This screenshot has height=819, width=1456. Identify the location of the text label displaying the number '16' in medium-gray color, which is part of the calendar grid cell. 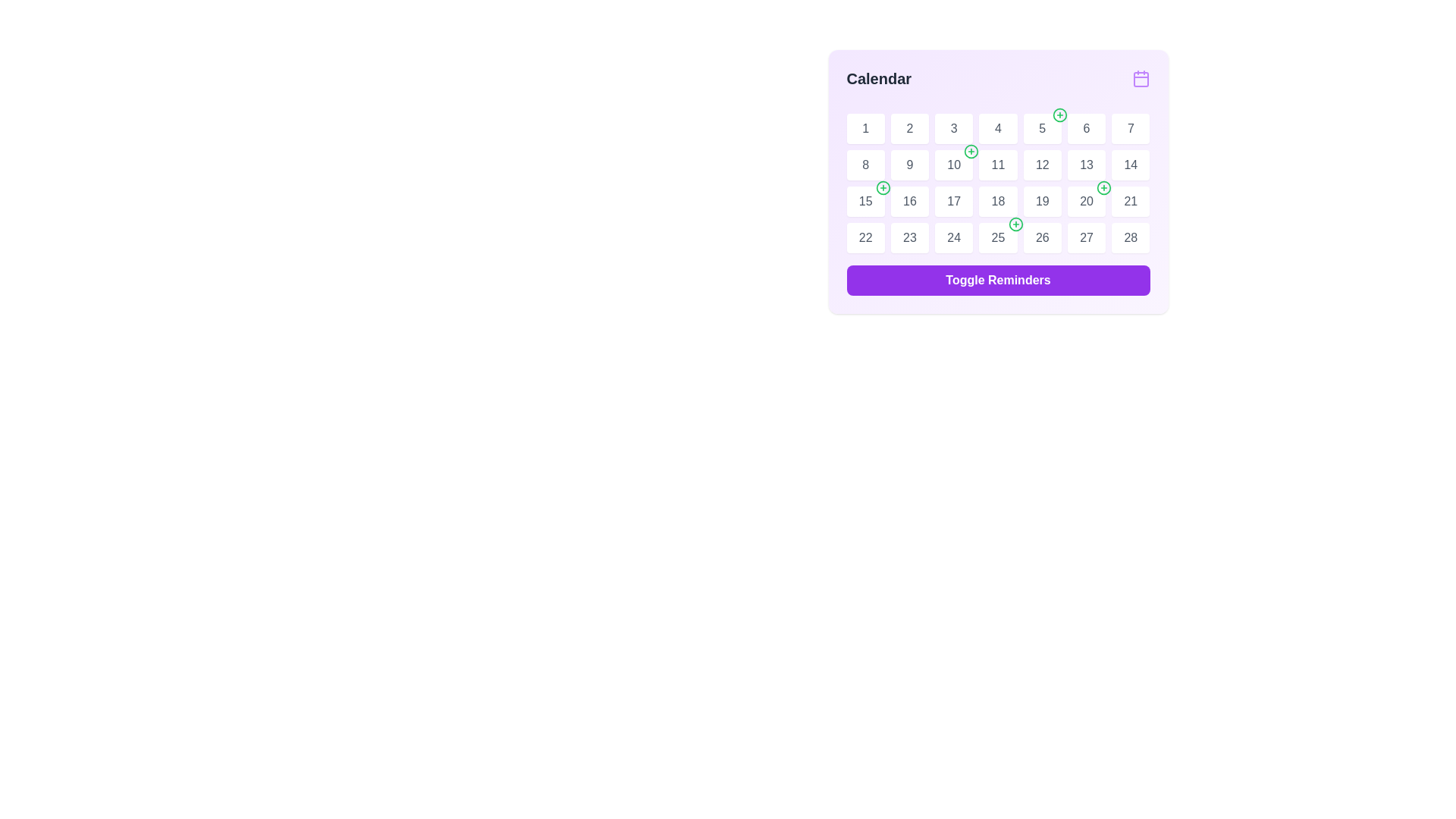
(910, 200).